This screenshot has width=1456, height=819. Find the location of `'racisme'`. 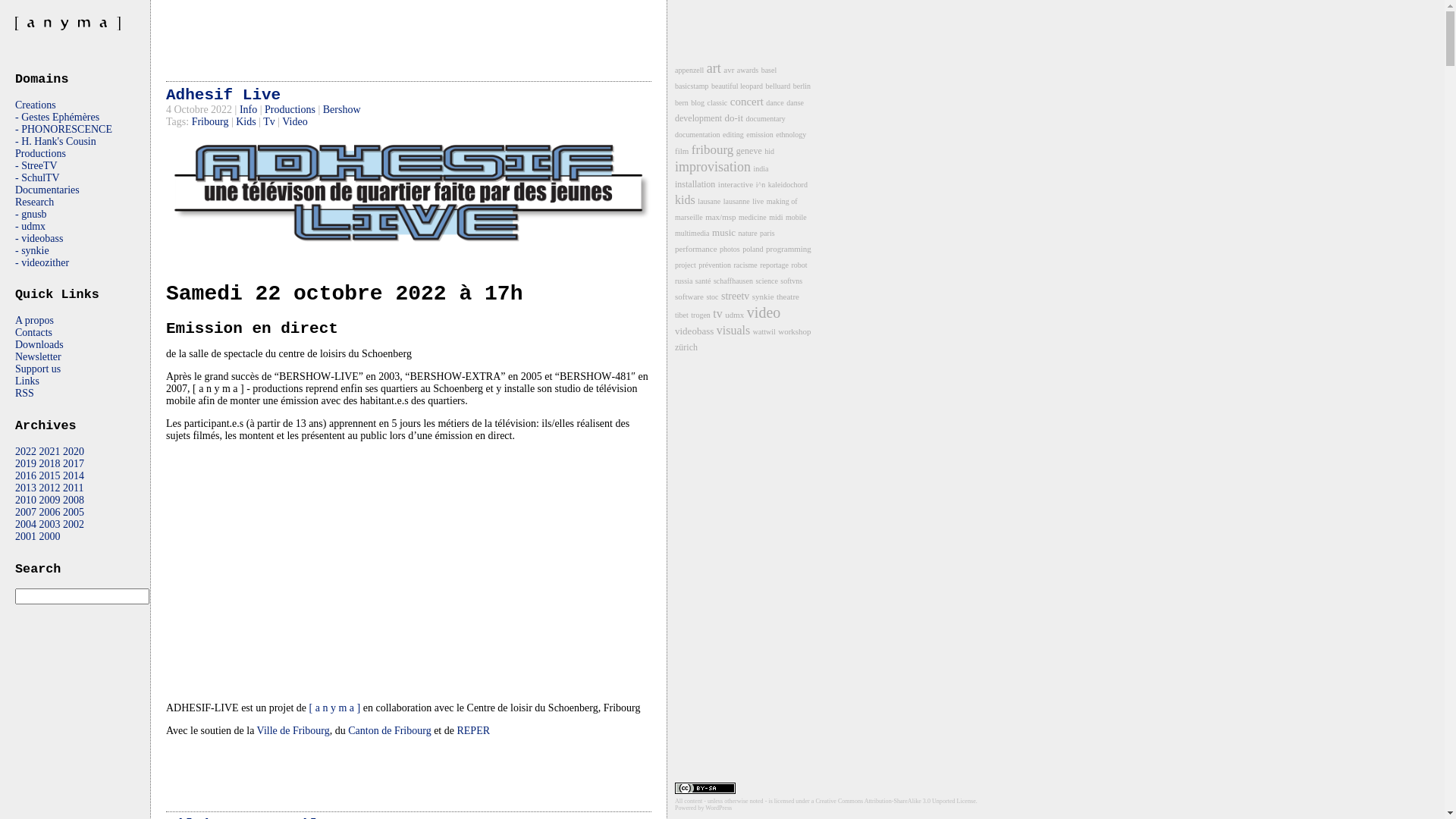

'racisme' is located at coordinates (745, 264).